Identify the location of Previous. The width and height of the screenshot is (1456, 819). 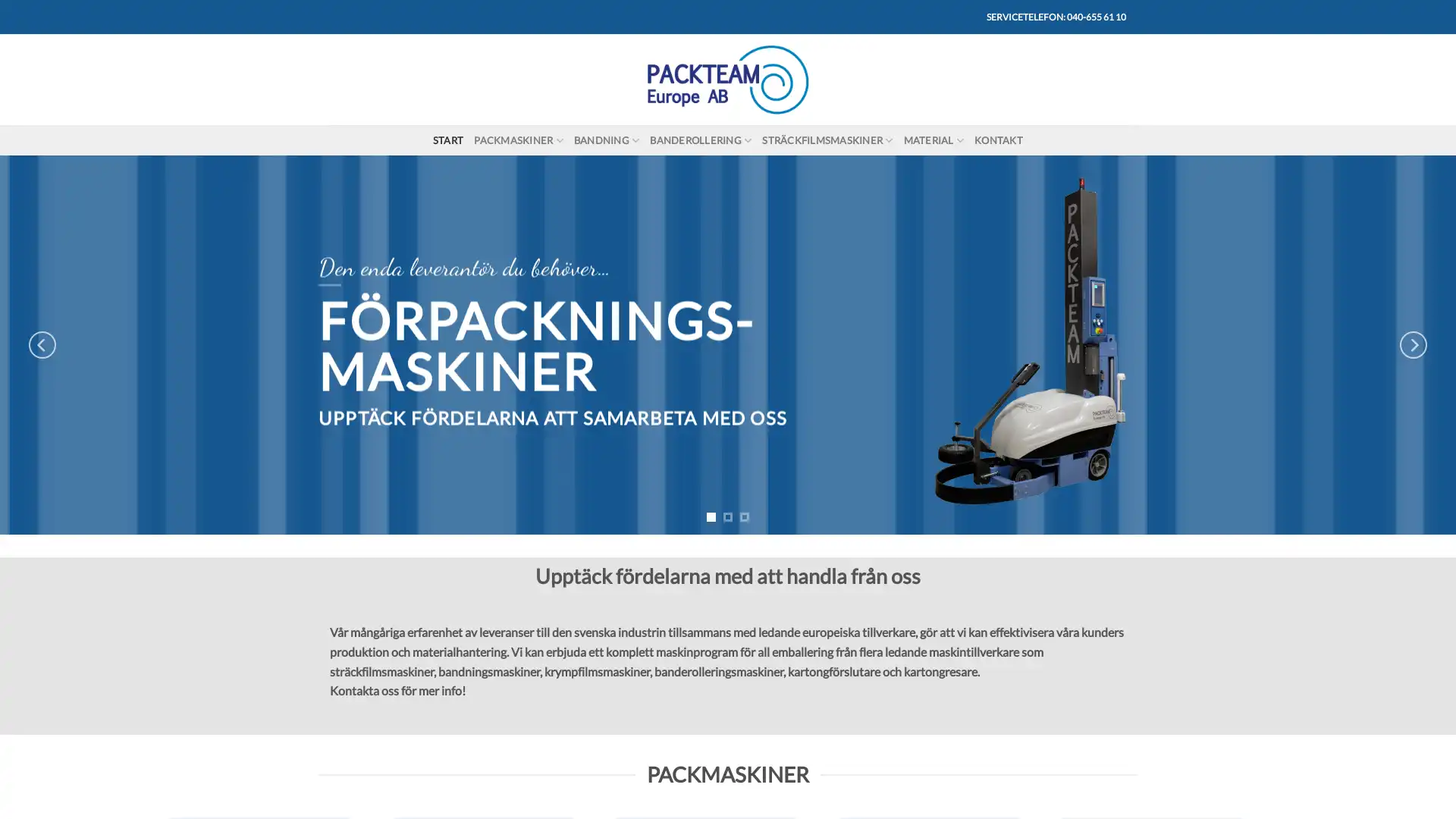
(42, 345).